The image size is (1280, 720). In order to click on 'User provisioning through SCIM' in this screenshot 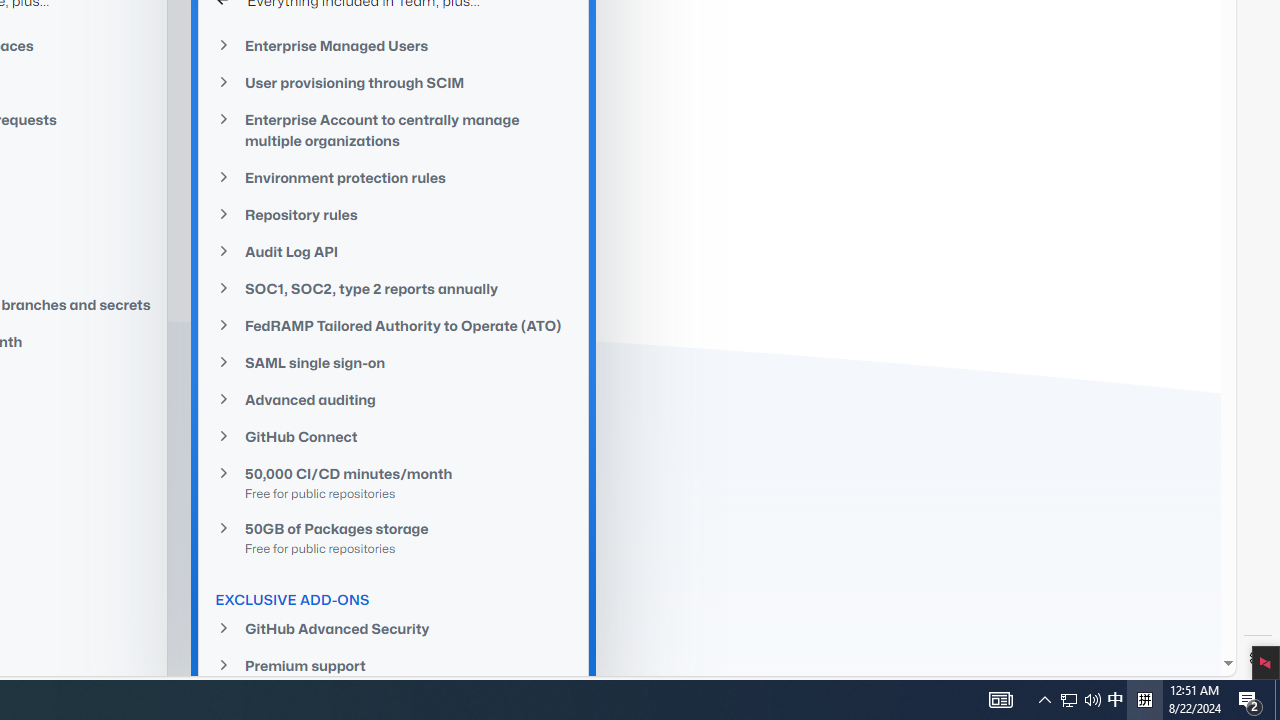, I will do `click(394, 81)`.